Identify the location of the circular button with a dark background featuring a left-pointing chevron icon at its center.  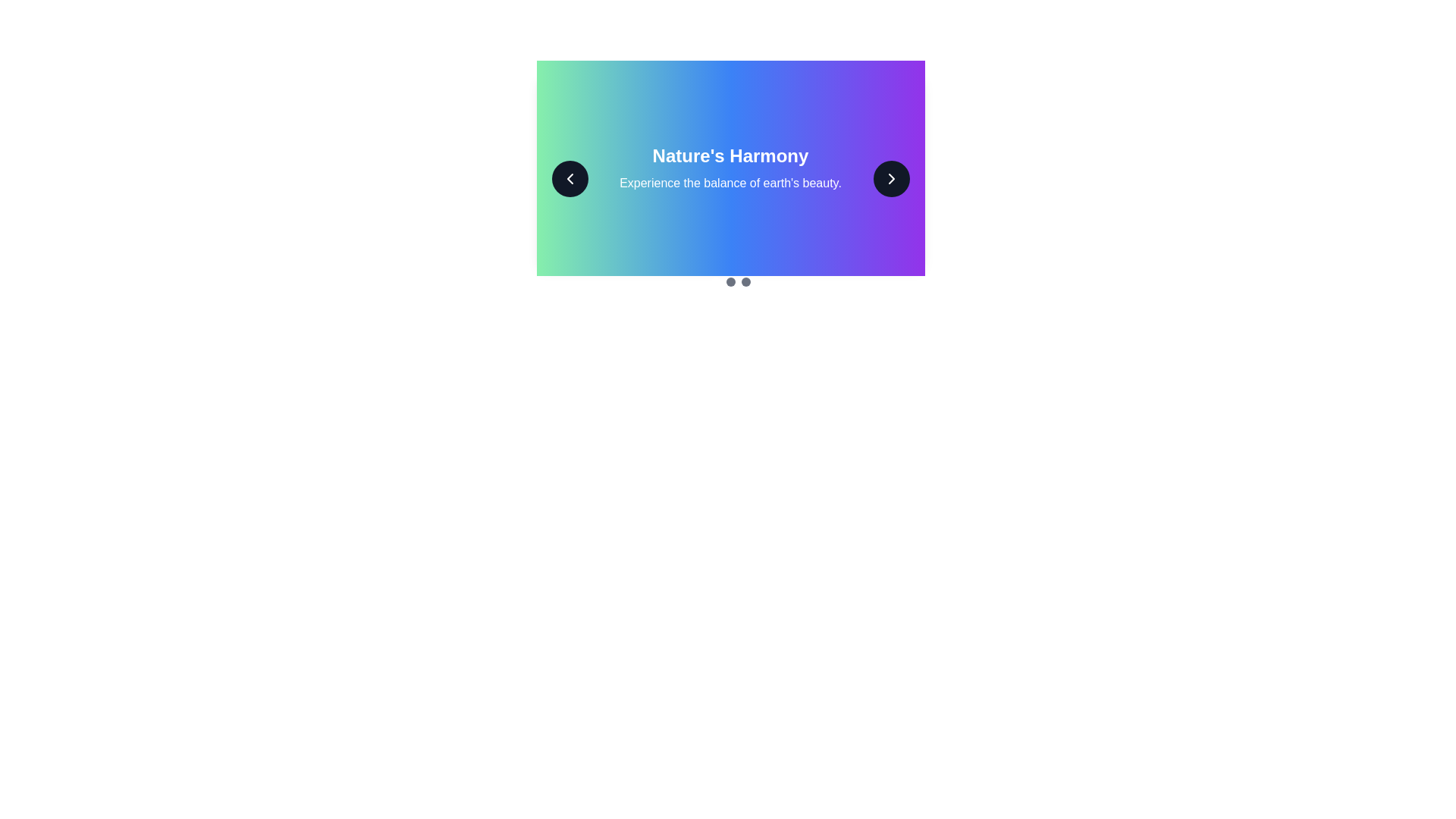
(569, 177).